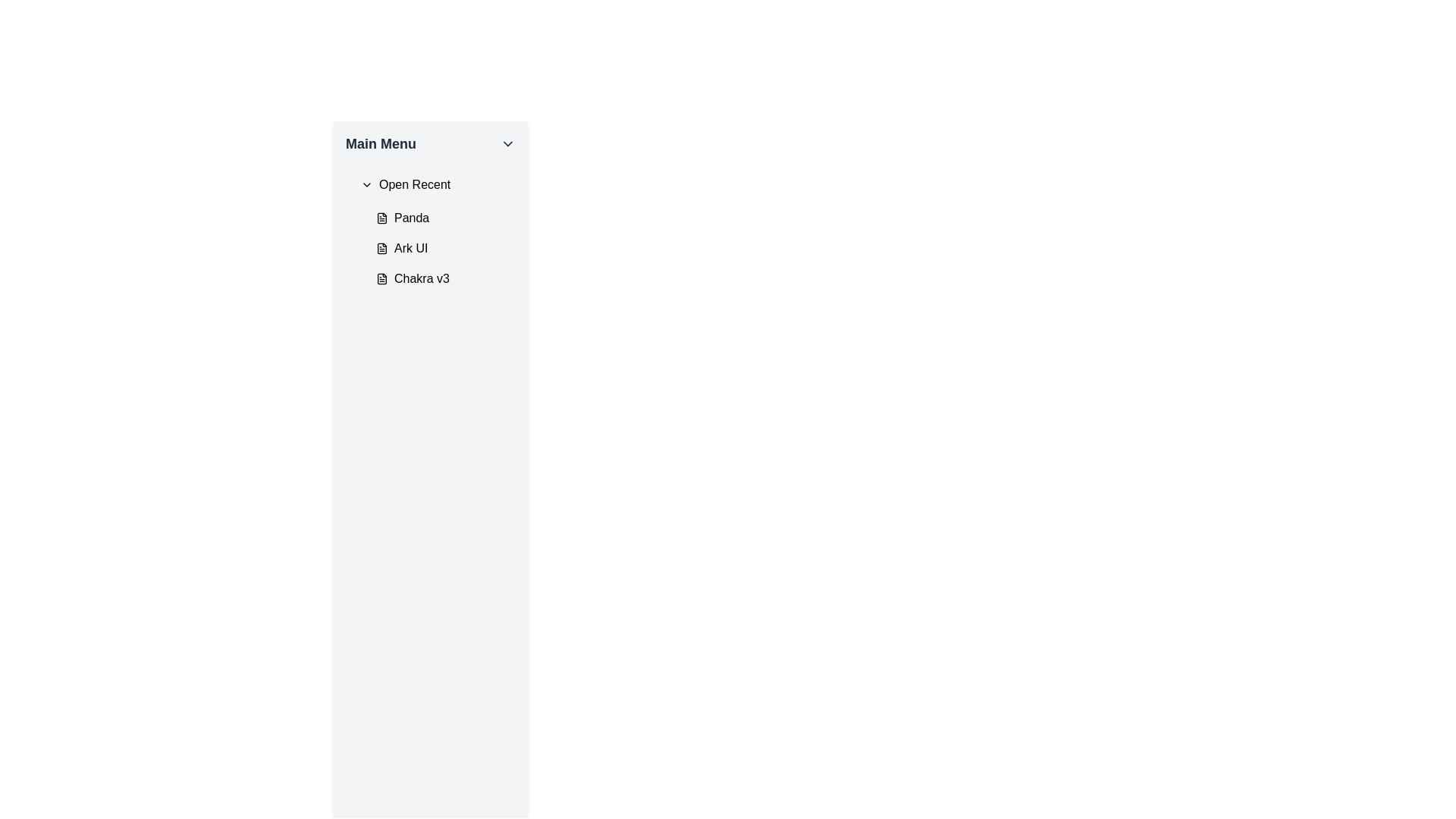 The height and width of the screenshot is (819, 1456). Describe the element at coordinates (382, 247) in the screenshot. I see `the document icon representing 'Ark UI' in the 'Open Recent' subsection of the 'Main Menu'` at that location.